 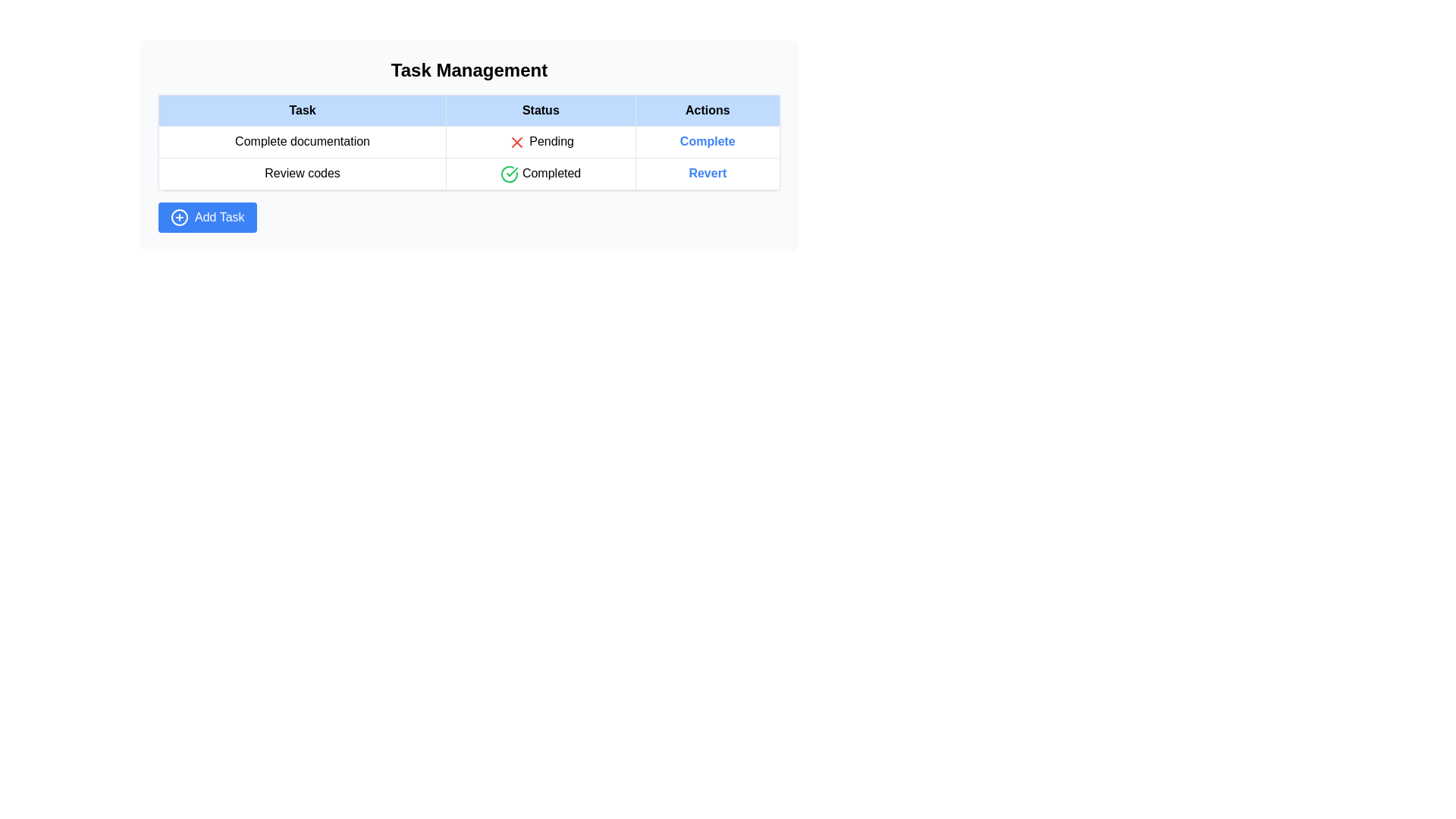 What do you see at coordinates (469, 172) in the screenshot?
I see `the second row in the table of the 'Task Management' section, which displays the task 'Review codes' with a status of 'Completed' and an interactive link 'Revert'` at bounding box center [469, 172].